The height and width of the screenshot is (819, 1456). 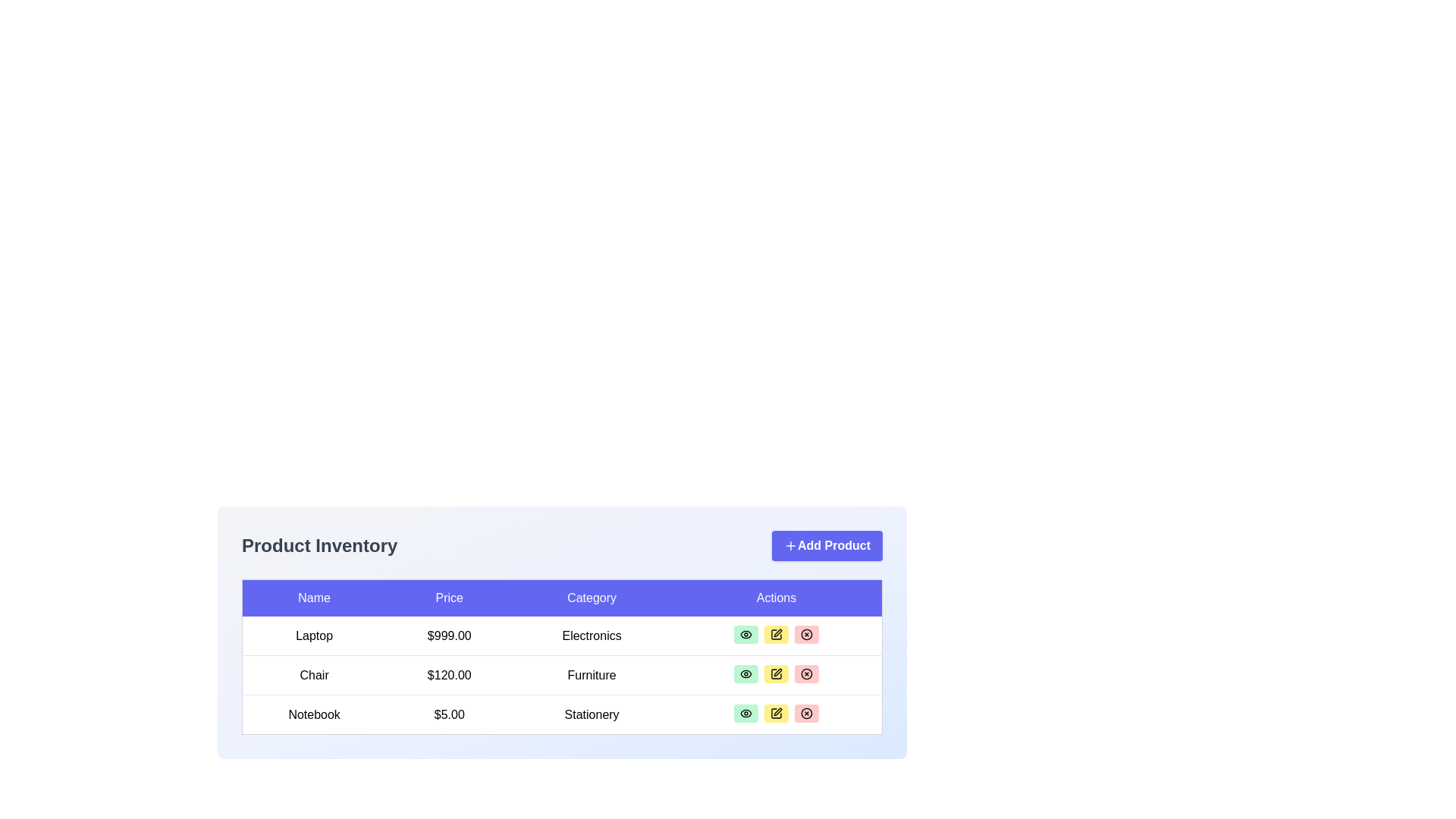 What do you see at coordinates (805, 635) in the screenshot?
I see `the circular icon element representing an interaction option in the 'Actions' column of the 'Product Inventory' table, specifically associated with the 'Notebook' row` at bounding box center [805, 635].